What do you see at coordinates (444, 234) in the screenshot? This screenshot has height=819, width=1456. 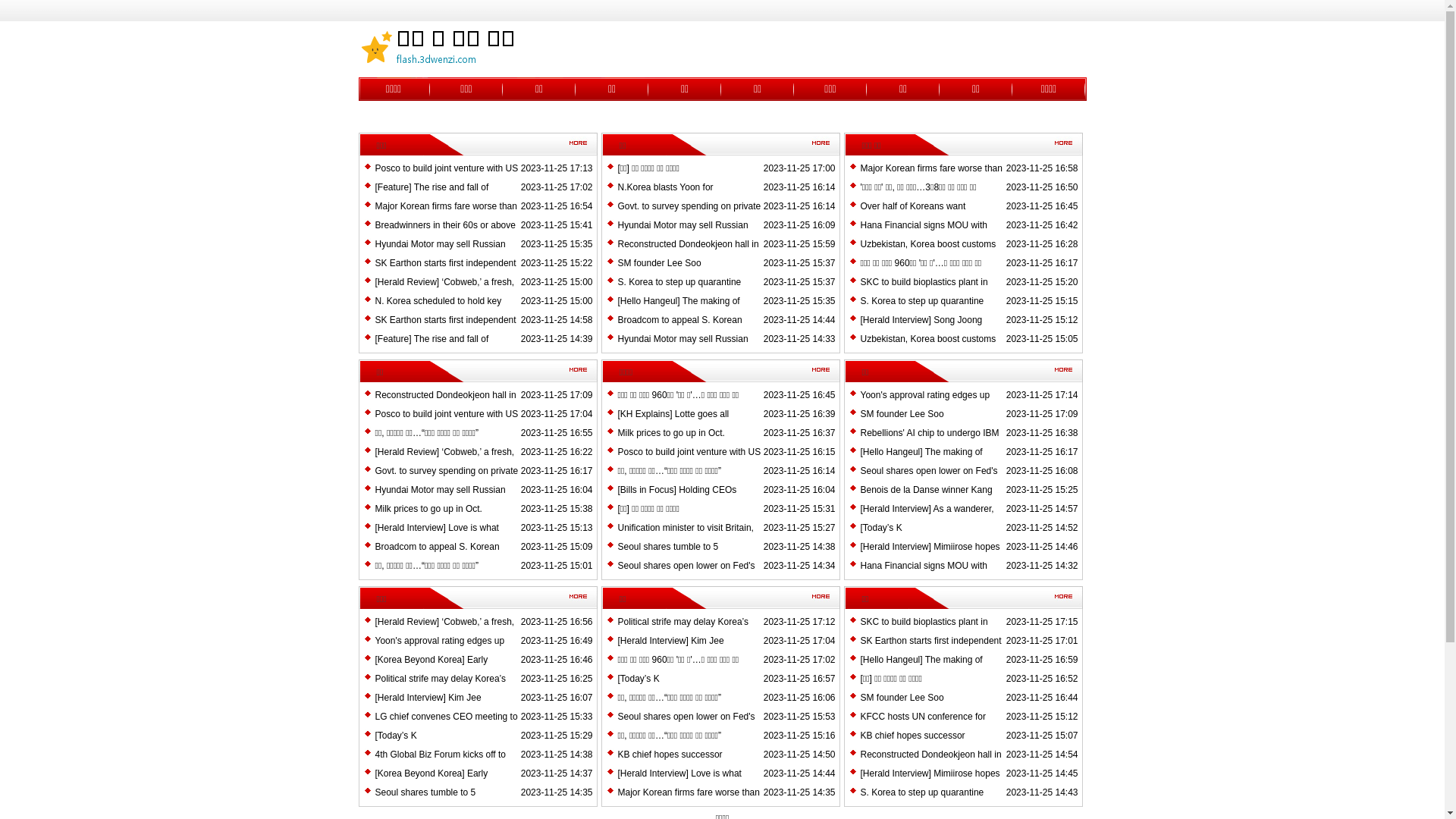 I see `'Breadwinners in their 60s or above double in 9 years'` at bounding box center [444, 234].